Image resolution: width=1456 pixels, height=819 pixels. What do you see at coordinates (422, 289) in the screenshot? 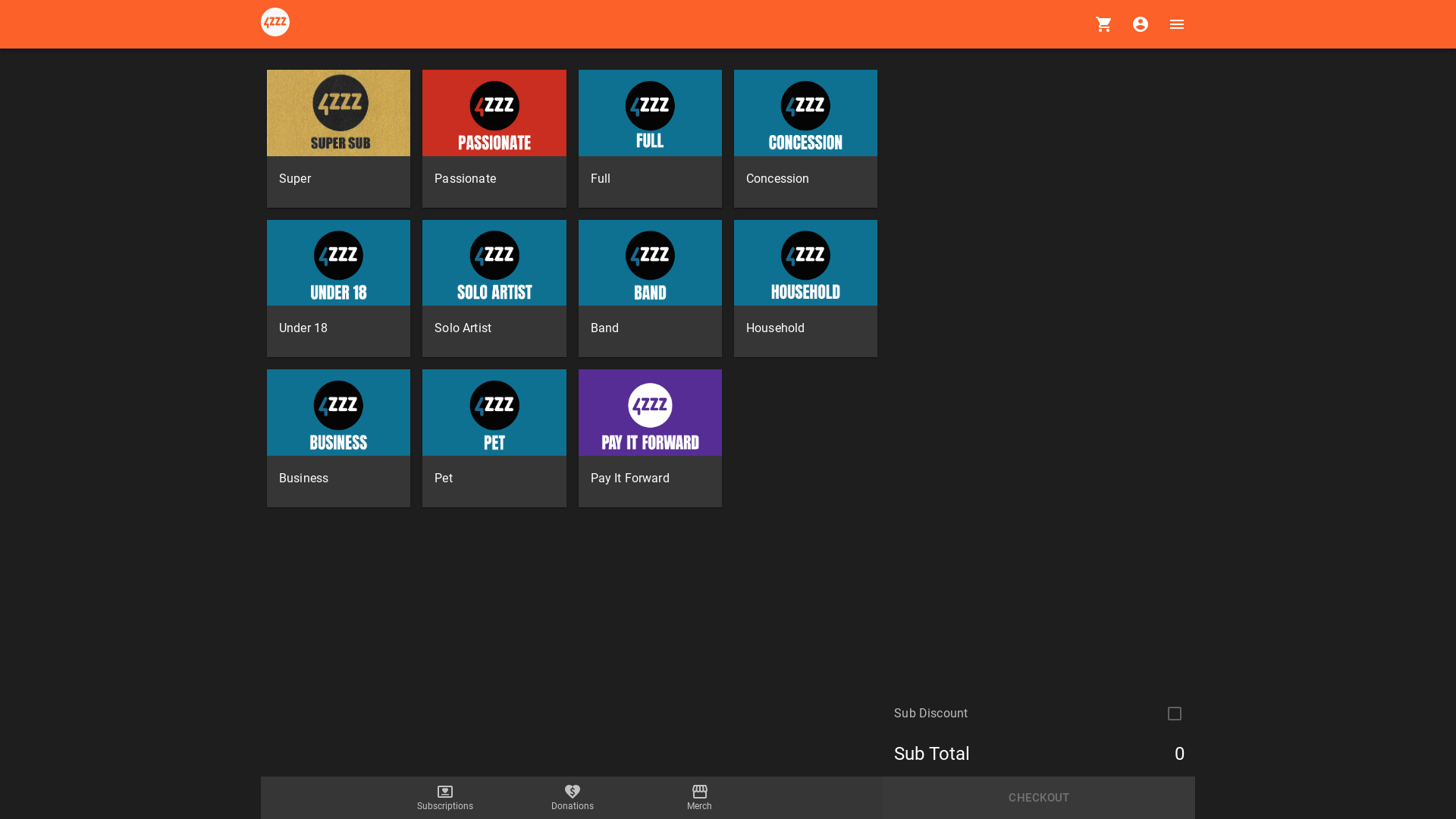
I see `'Solo Artist'` at bounding box center [422, 289].